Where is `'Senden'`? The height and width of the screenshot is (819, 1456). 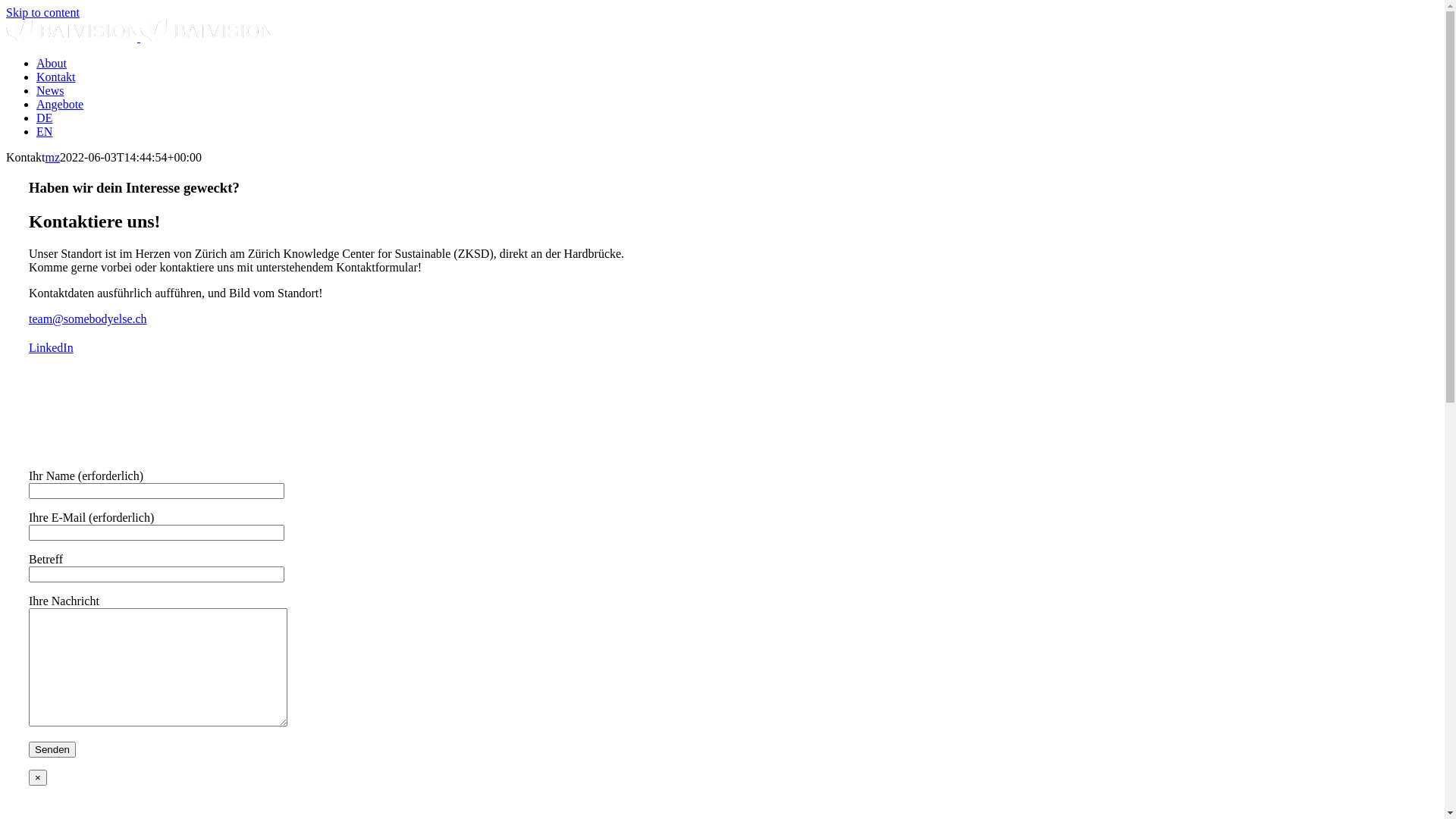
'Senden' is located at coordinates (29, 748).